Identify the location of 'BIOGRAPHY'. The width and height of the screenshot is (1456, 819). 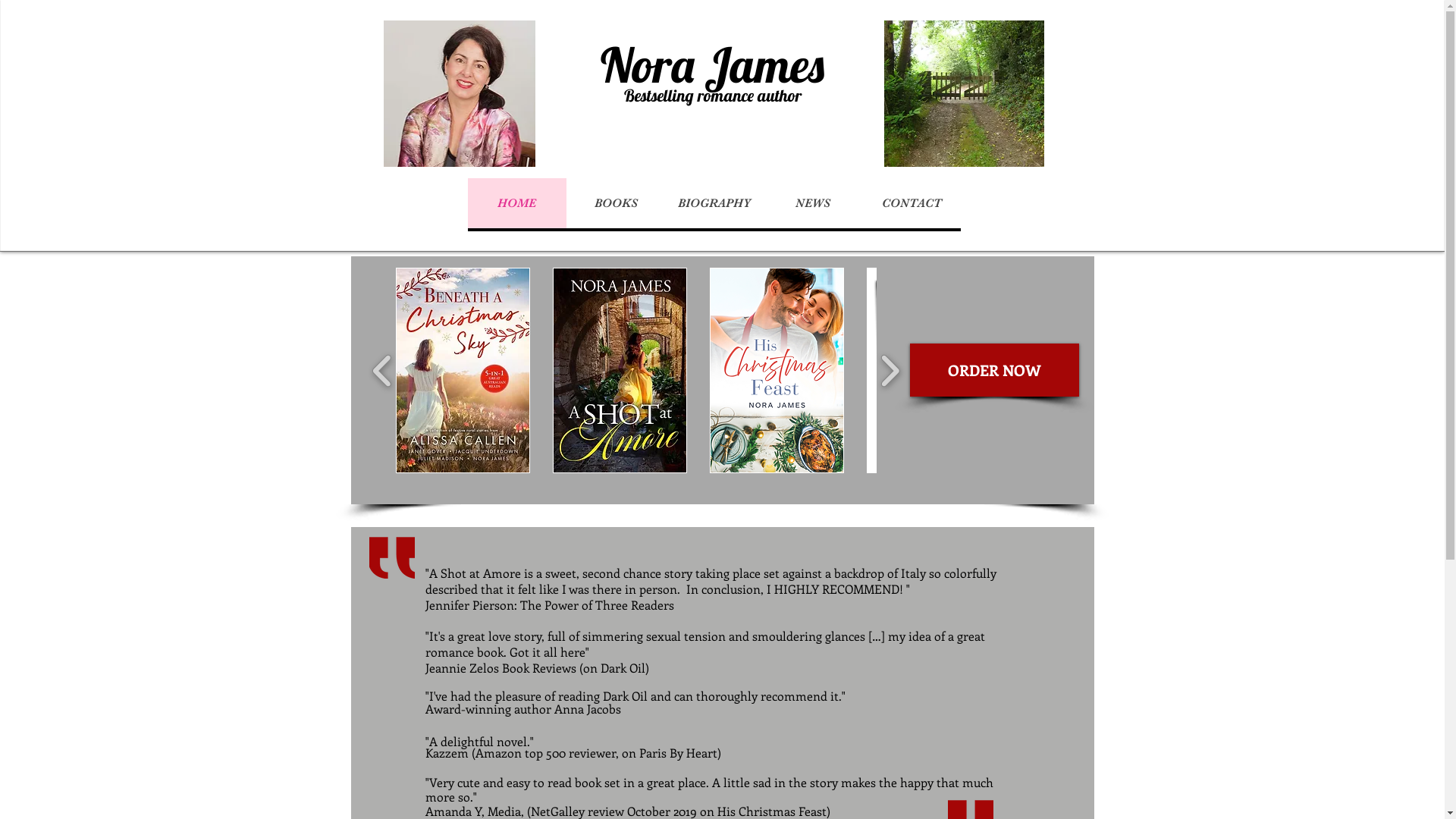
(712, 202).